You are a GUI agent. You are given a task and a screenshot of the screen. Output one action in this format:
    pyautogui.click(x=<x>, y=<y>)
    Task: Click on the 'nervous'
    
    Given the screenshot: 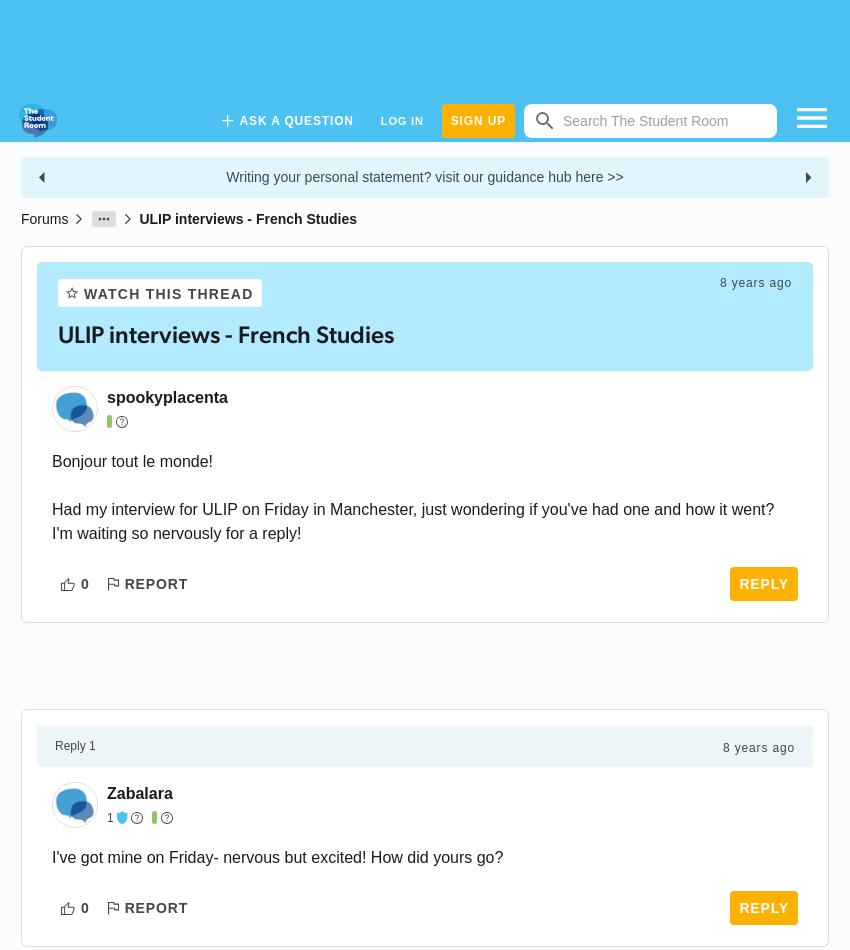 What is the action you would take?
    pyautogui.click(x=251, y=856)
    